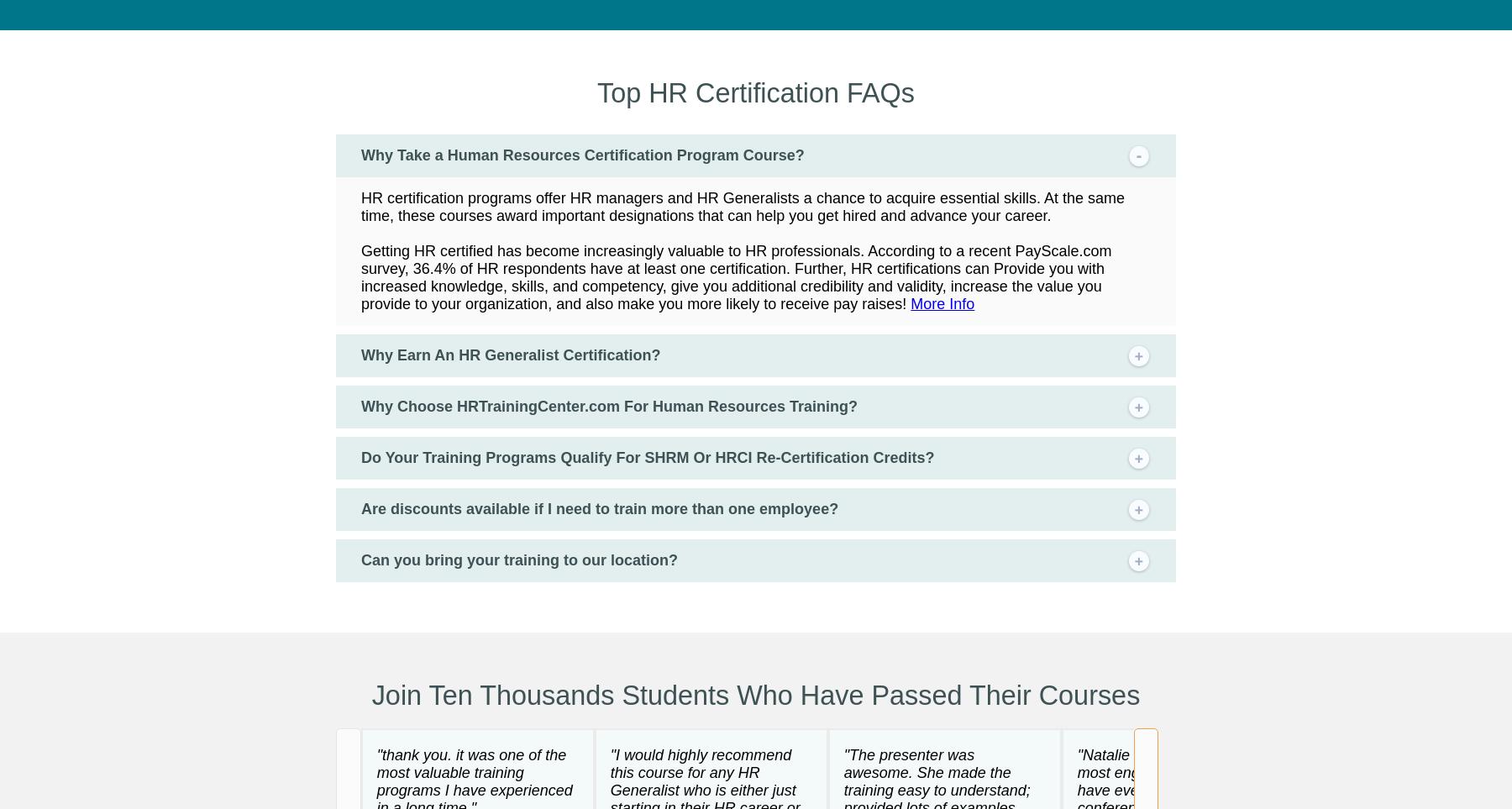 The height and width of the screenshot is (809, 1512). Describe the element at coordinates (361, 406) in the screenshot. I see `'Why Choose HRTrainingCenter.com For Human Resources Training?'` at that location.